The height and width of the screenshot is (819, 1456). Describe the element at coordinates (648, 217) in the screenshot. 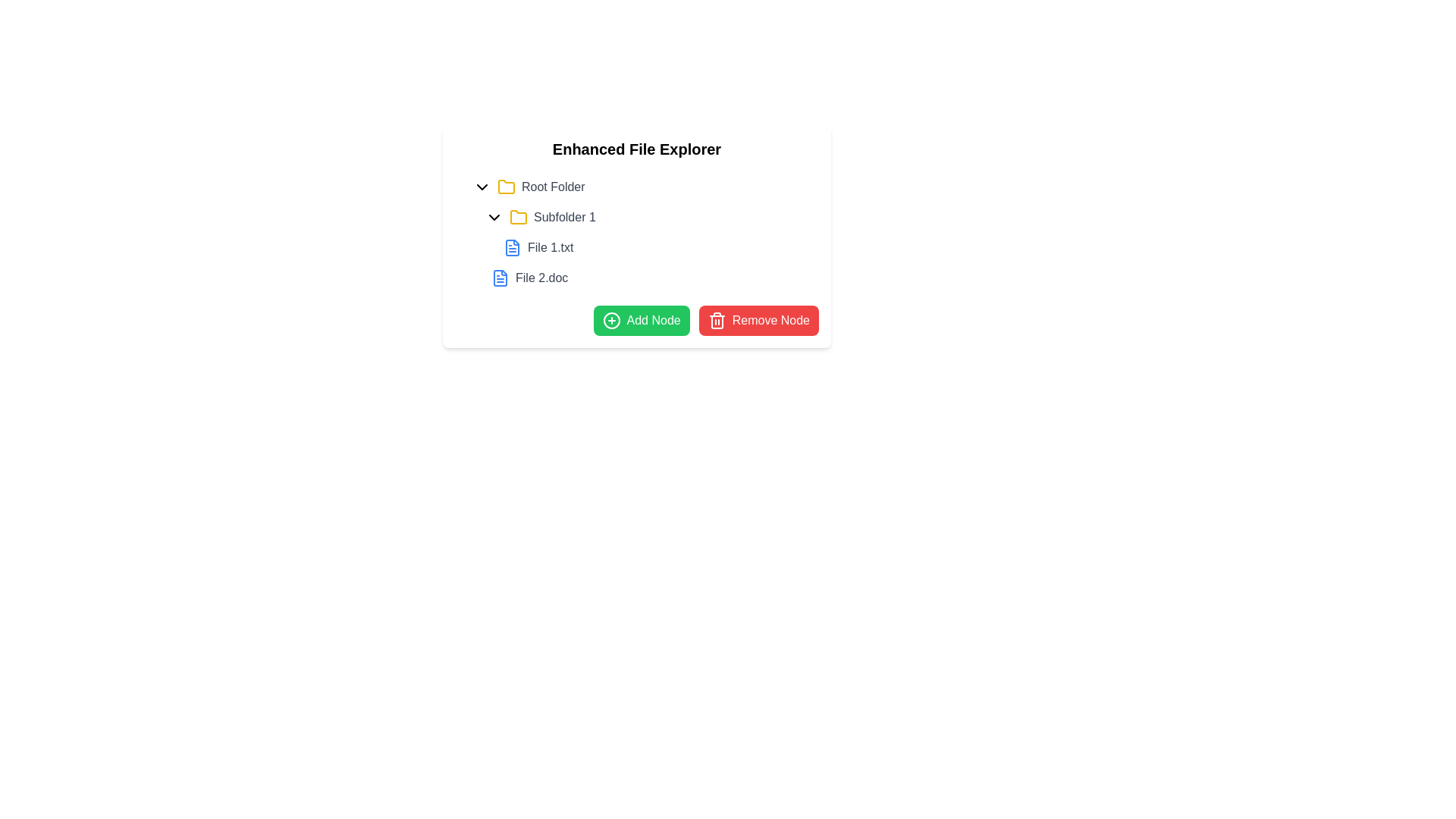

I see `the Interactive folder entry labeled 'Subfolder 1'` at that location.